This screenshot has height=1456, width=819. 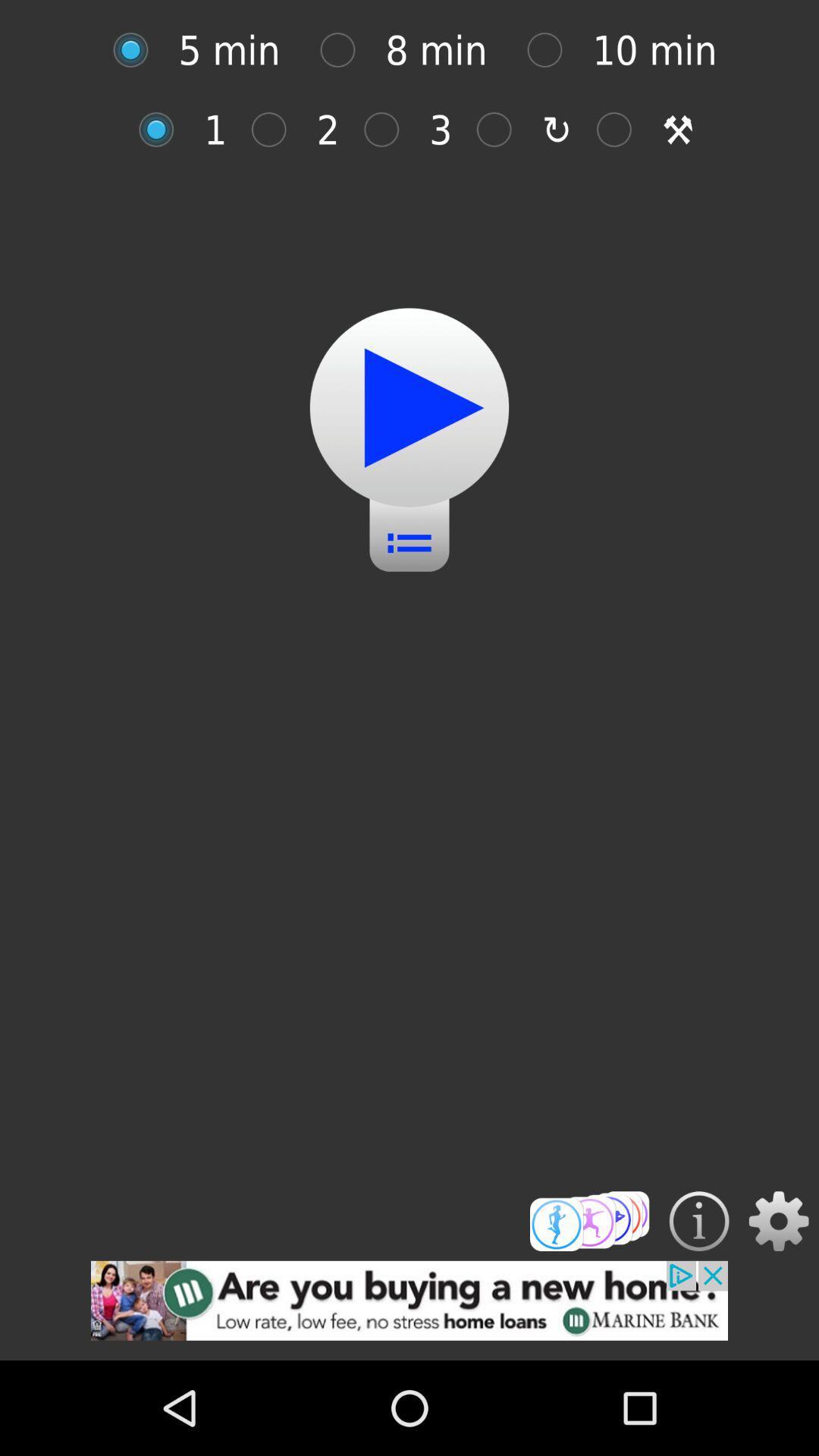 I want to click on info option, so click(x=699, y=1221).